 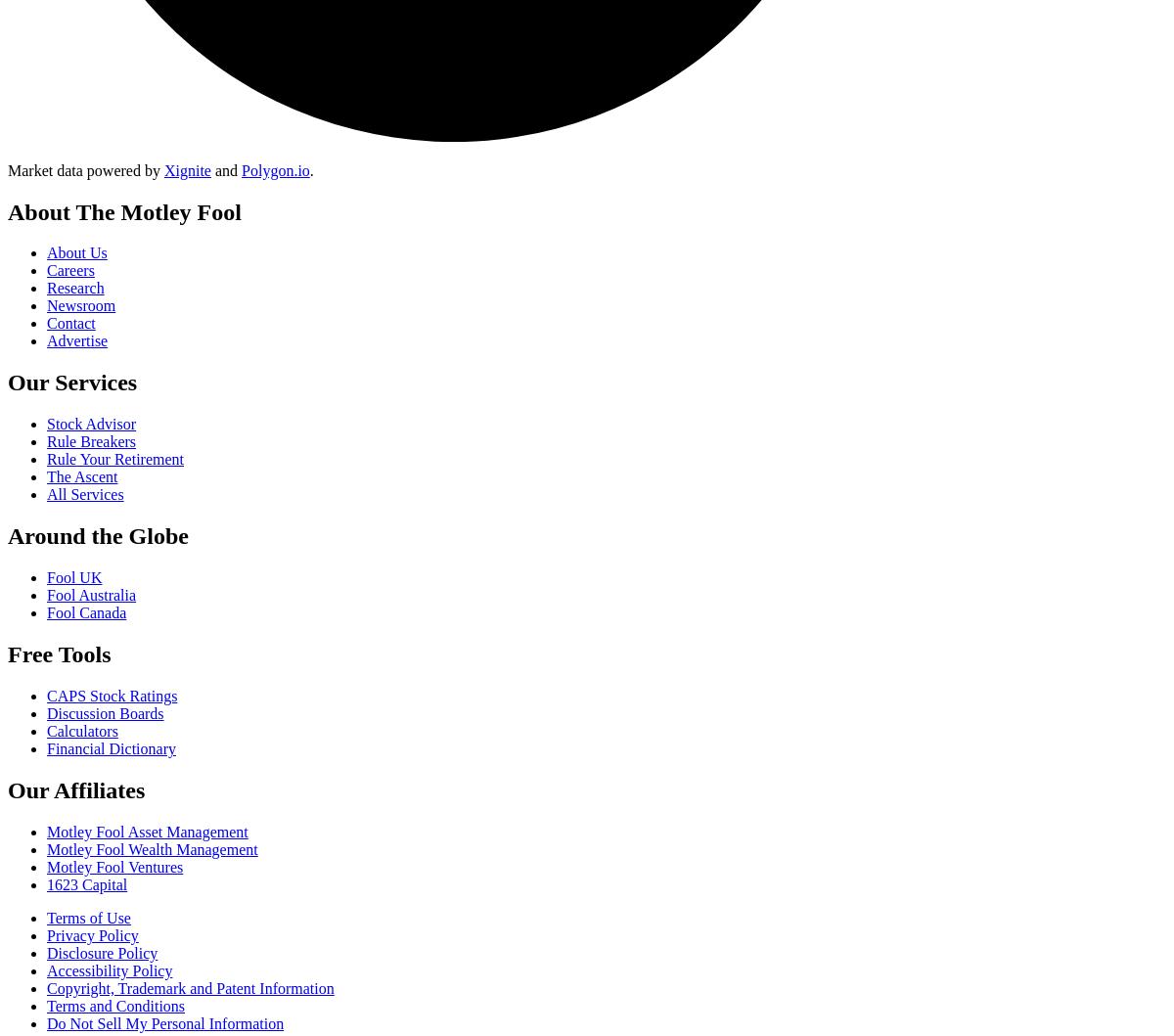 What do you see at coordinates (47, 594) in the screenshot?
I see `'Fool Australia'` at bounding box center [47, 594].